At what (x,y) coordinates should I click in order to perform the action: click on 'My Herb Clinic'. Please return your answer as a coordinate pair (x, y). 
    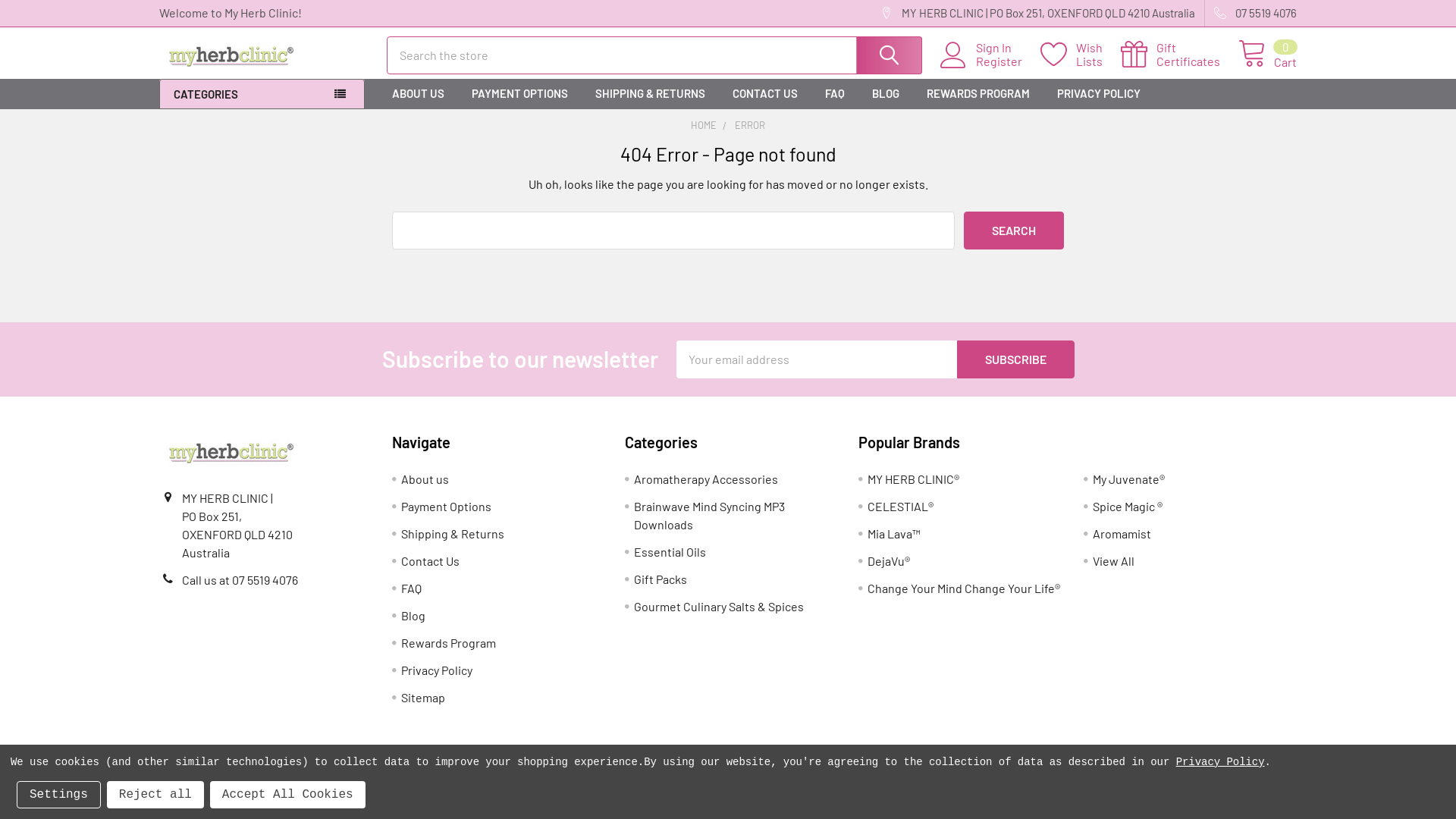
    Looking at the image, I should click on (231, 55).